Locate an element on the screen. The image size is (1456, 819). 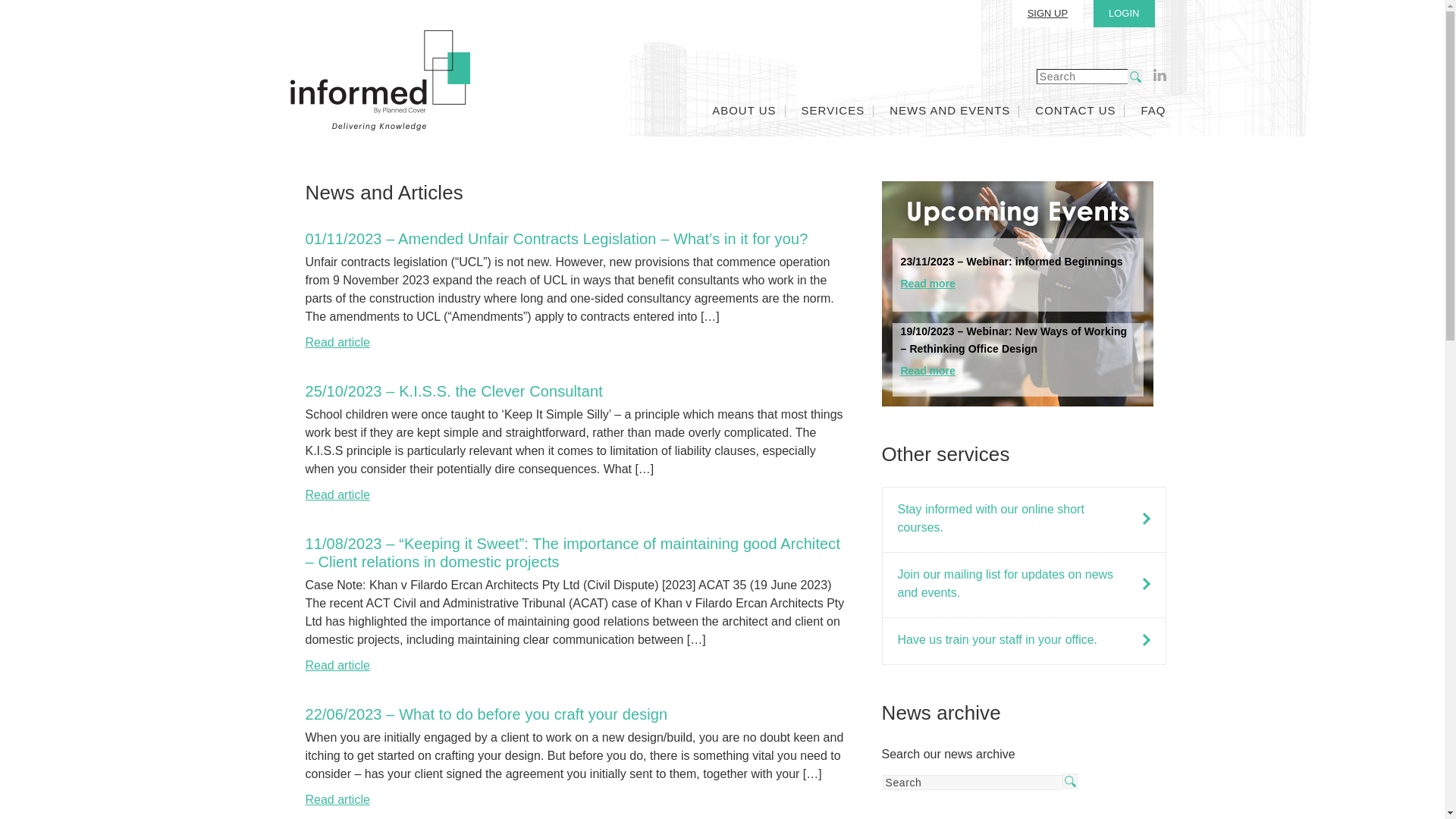
'NEWS AND EVENTS' is located at coordinates (949, 109).